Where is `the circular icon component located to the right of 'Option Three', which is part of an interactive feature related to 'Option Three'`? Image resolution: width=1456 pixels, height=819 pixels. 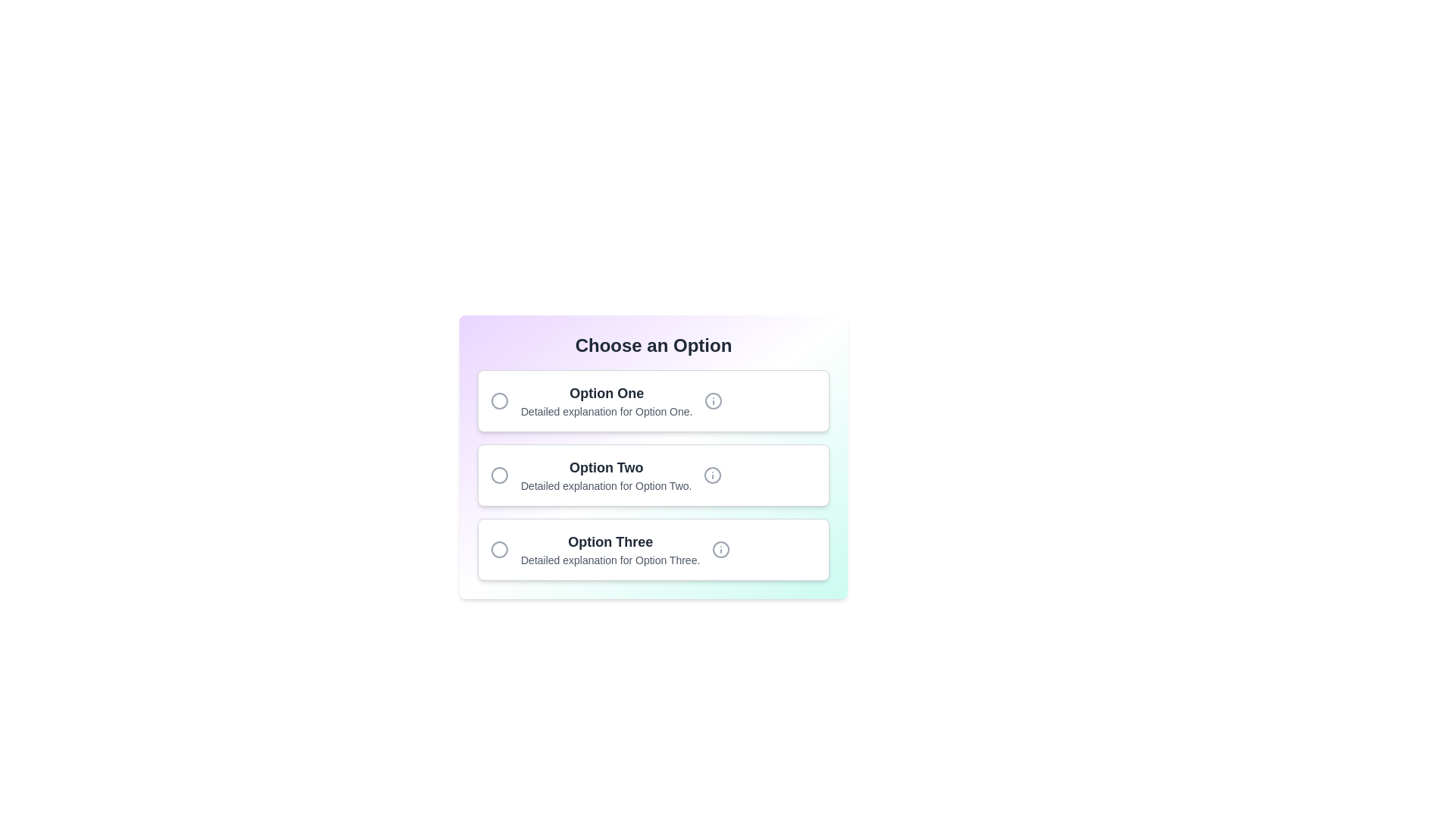 the circular icon component located to the right of 'Option Three', which is part of an interactive feature related to 'Option Three' is located at coordinates (720, 550).